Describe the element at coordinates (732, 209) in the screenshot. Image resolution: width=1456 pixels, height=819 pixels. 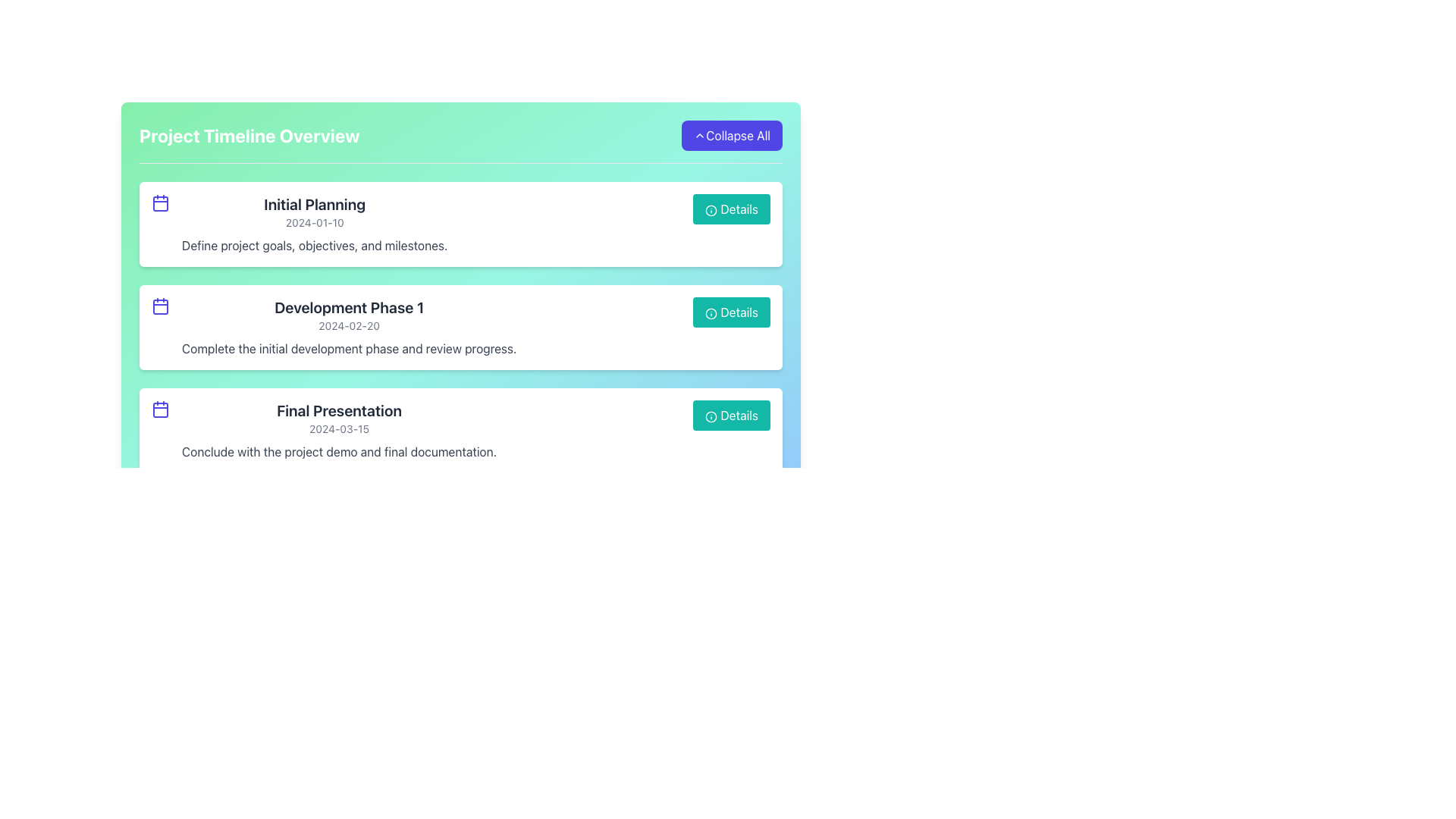
I see `the 'Details' button with white text on a teal green background located under the 'Project Timeline Overview' section in the 'Initial Planning' box` at that location.